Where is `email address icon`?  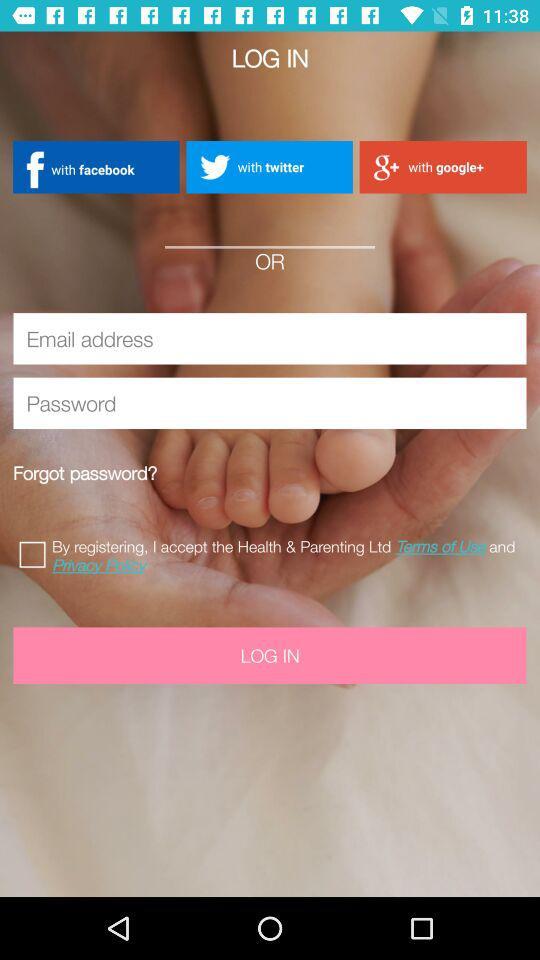
email address icon is located at coordinates (270, 338).